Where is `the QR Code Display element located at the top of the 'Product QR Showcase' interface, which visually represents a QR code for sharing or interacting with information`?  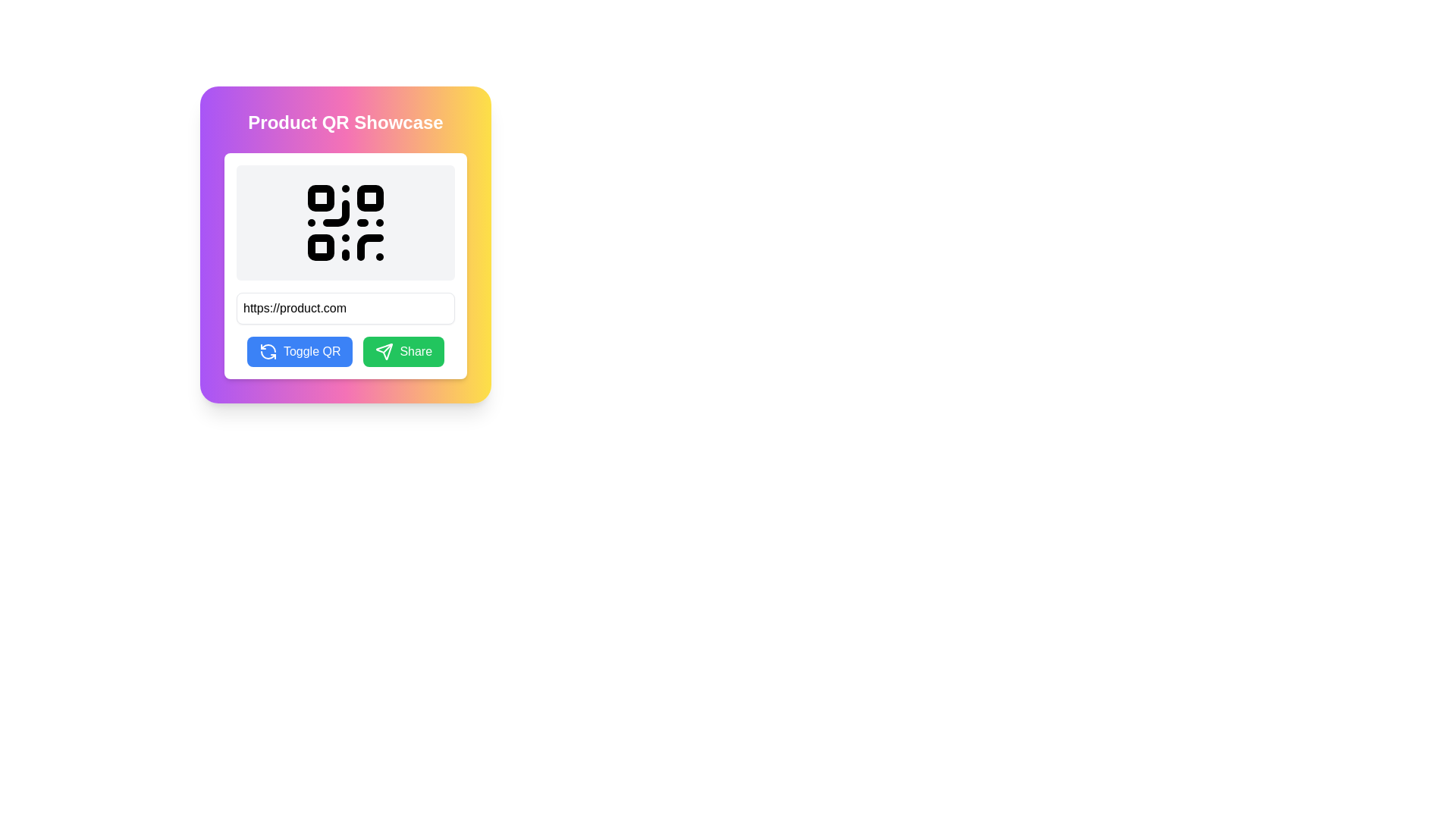
the QR Code Display element located at the top of the 'Product QR Showcase' interface, which visually represents a QR code for sharing or interacting with information is located at coordinates (345, 222).